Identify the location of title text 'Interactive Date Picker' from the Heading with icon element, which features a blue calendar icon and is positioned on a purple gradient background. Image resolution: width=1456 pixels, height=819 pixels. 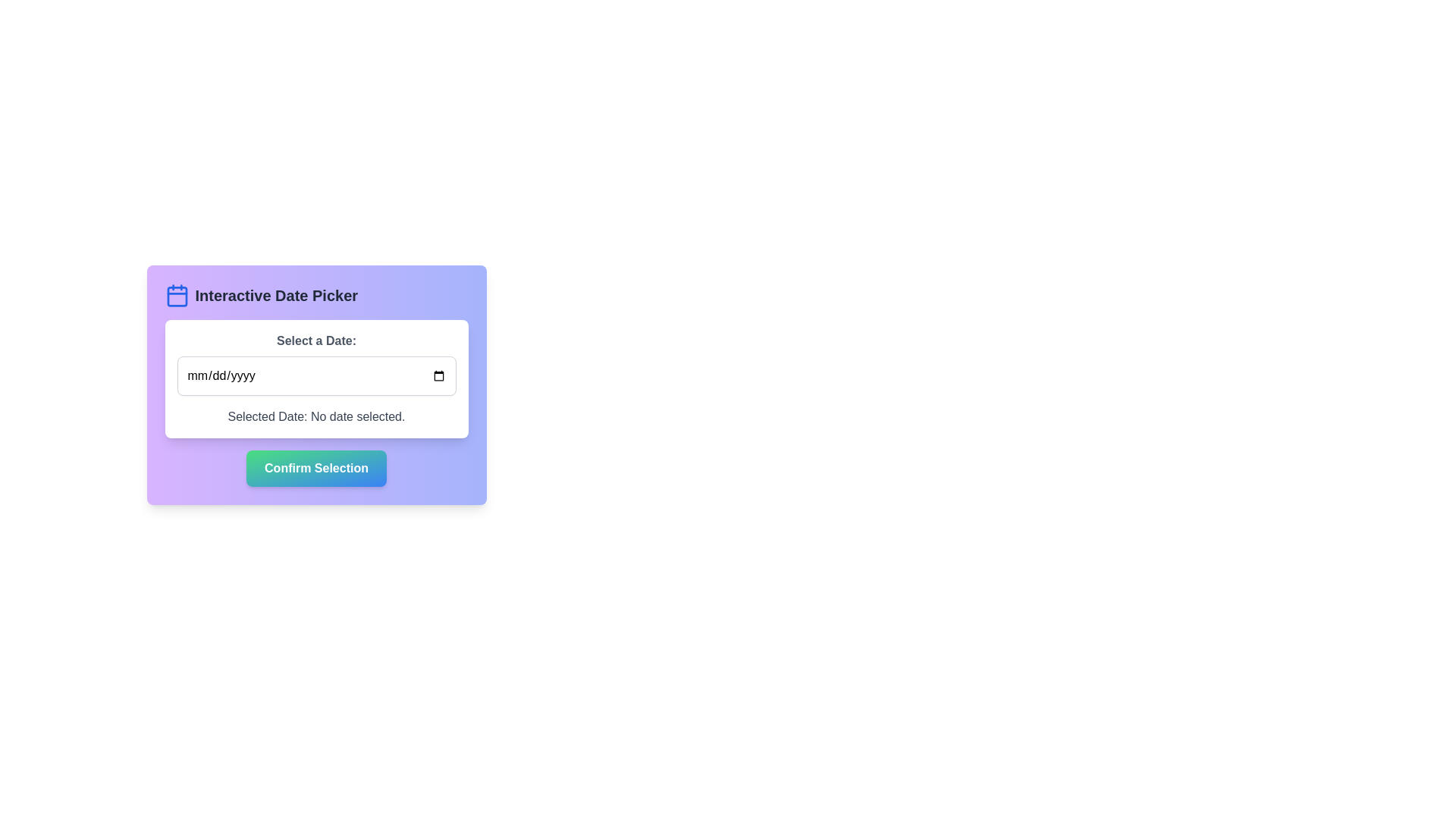
(315, 295).